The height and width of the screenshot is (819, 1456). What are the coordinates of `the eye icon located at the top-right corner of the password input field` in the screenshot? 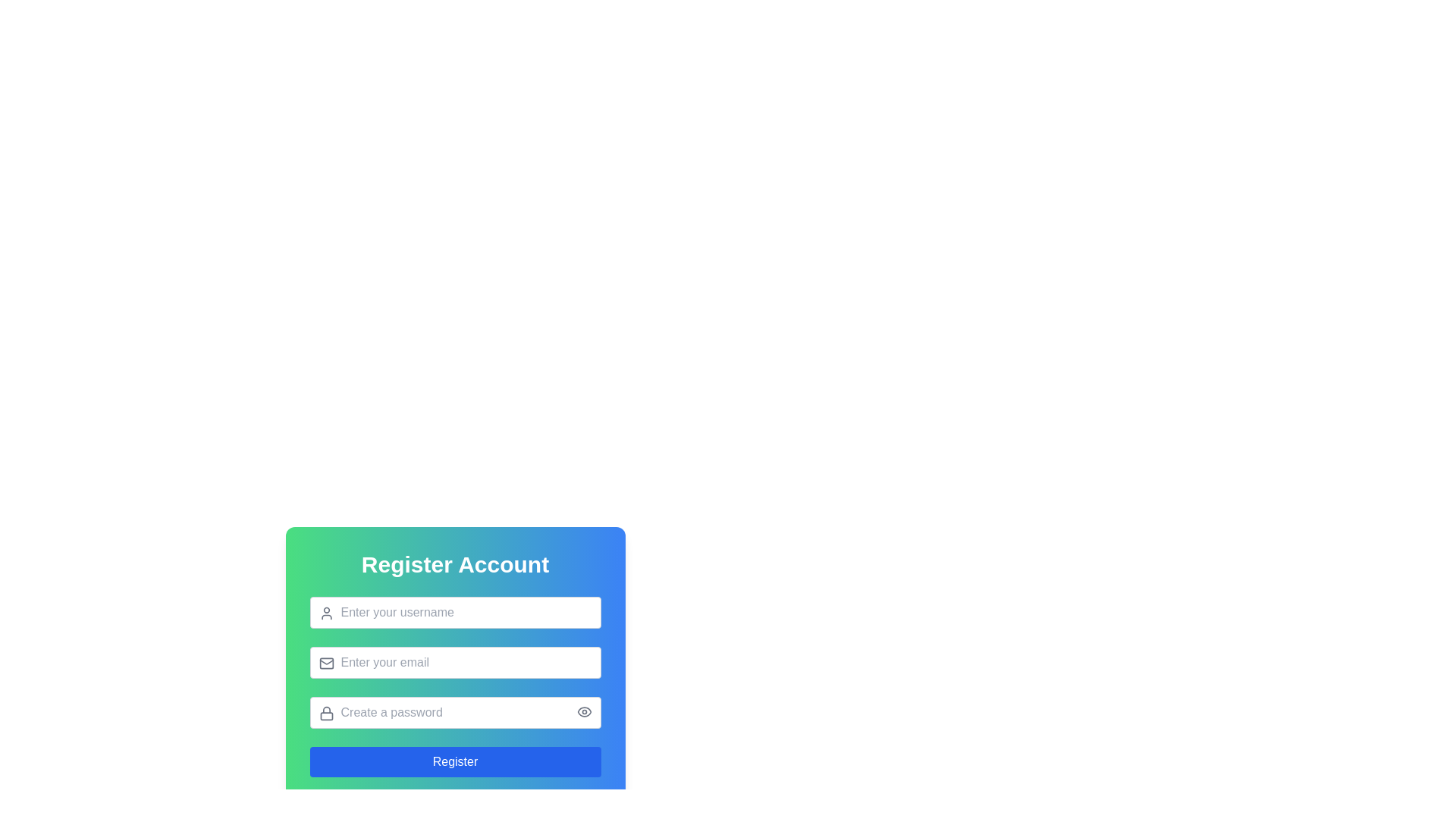 It's located at (583, 711).